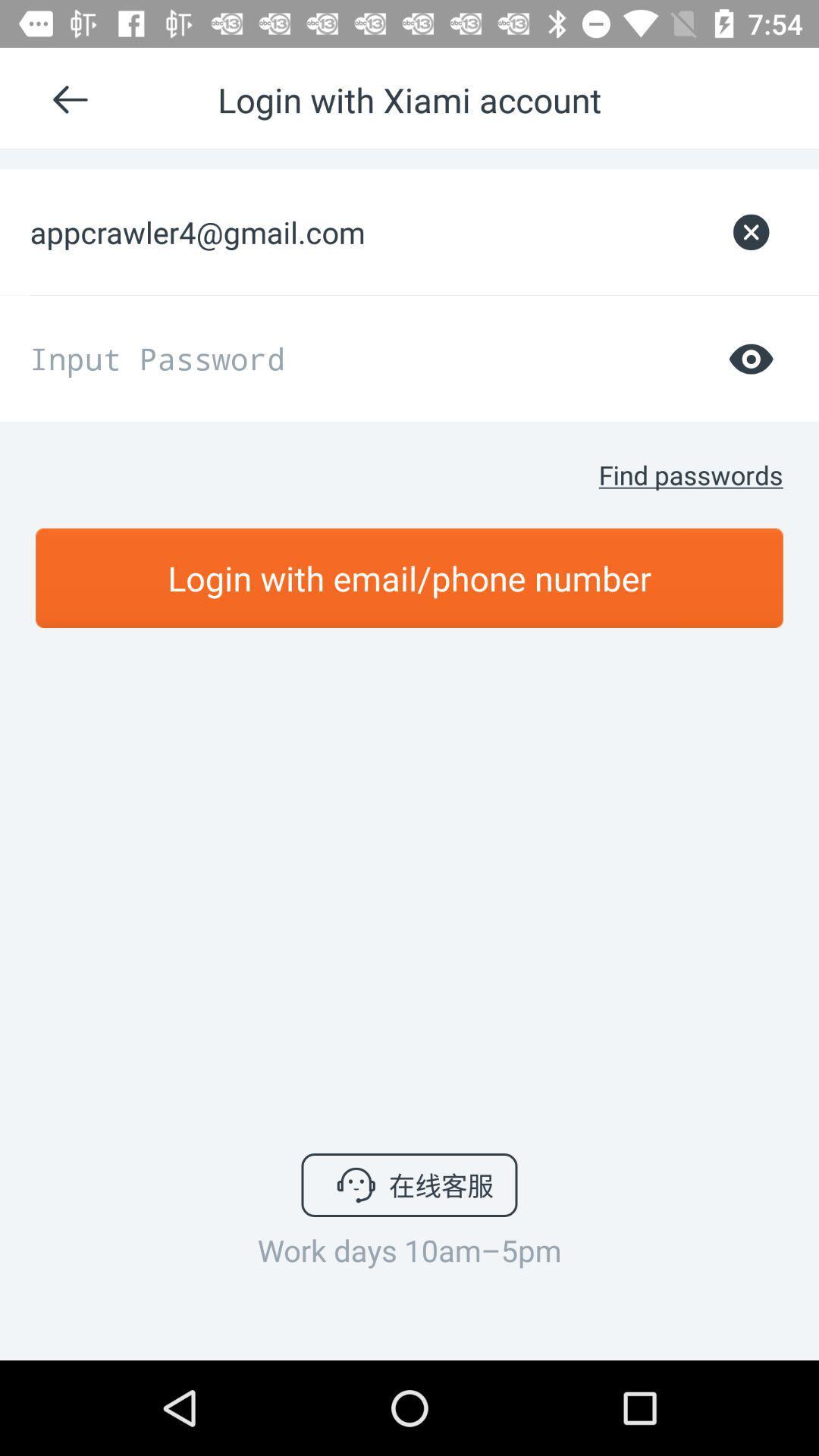  What do you see at coordinates (356, 1185) in the screenshot?
I see `the icon mention in button at bottom center of the page` at bounding box center [356, 1185].